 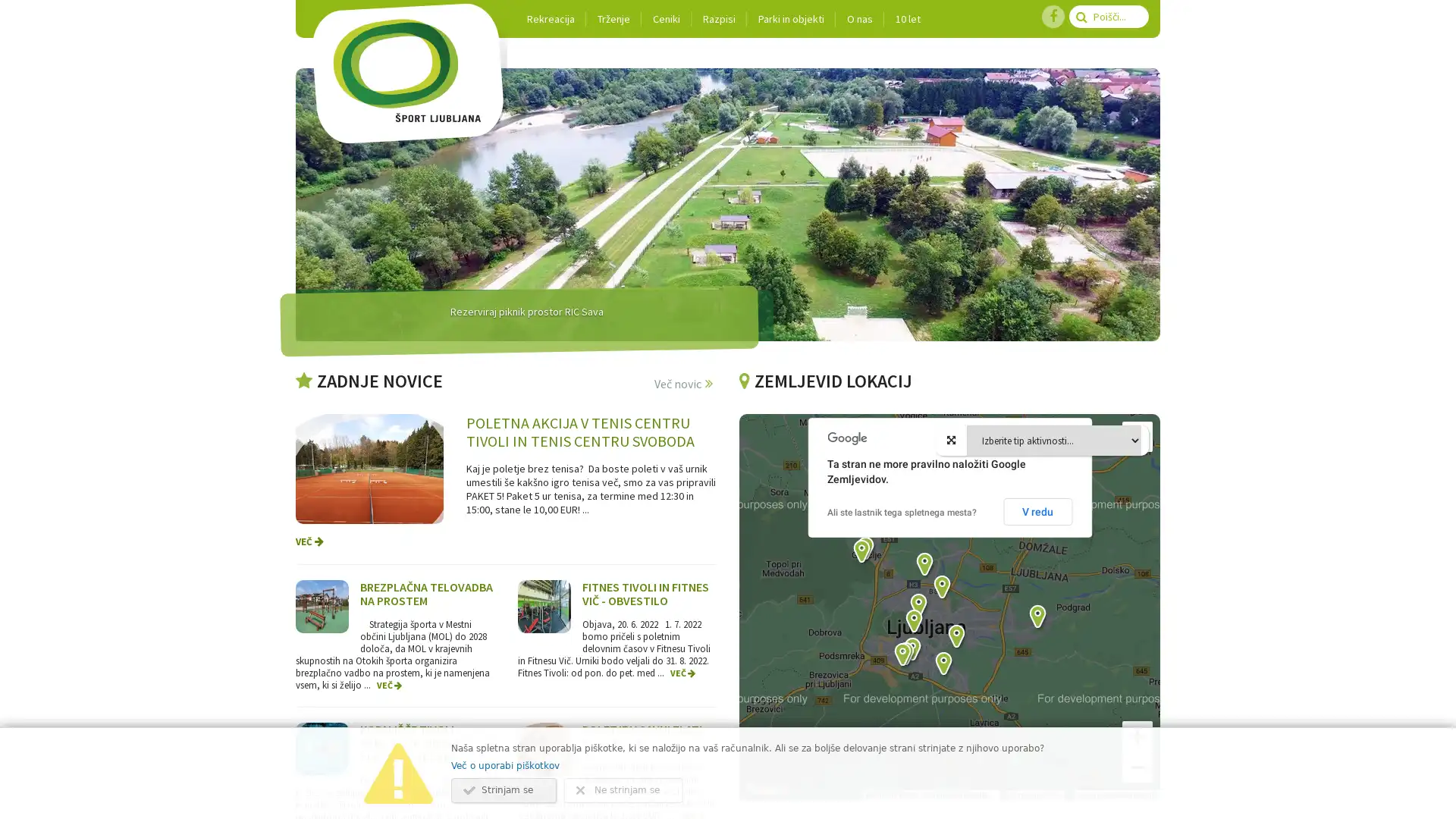 I want to click on Kako do nas?, so click(x=930, y=584).